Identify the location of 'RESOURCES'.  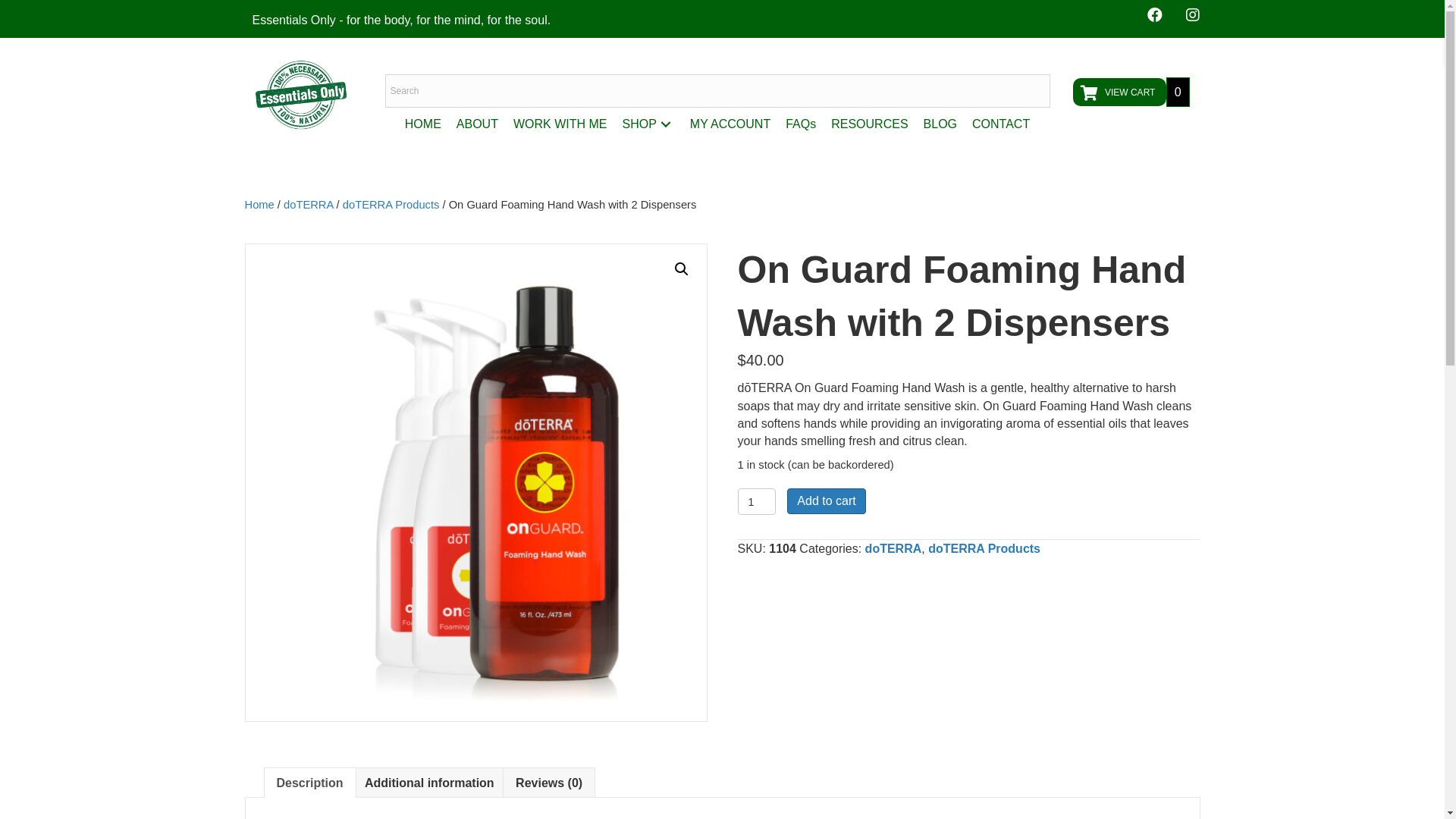
(869, 123).